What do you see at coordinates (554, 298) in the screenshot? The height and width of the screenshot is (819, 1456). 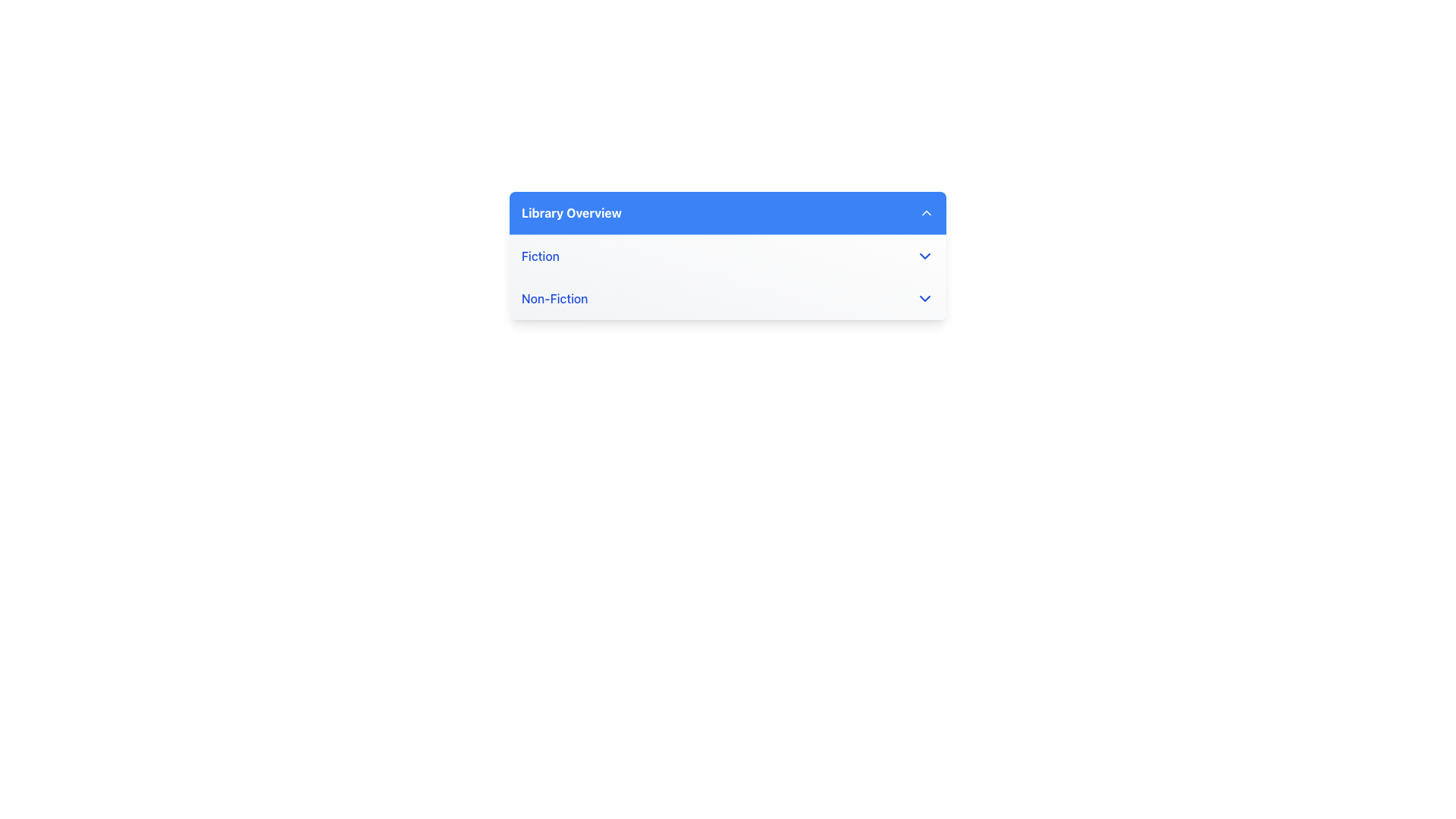 I see `text content of the 'Non-Fiction' label in the dropdown list, which is the second entry in the list` at bounding box center [554, 298].